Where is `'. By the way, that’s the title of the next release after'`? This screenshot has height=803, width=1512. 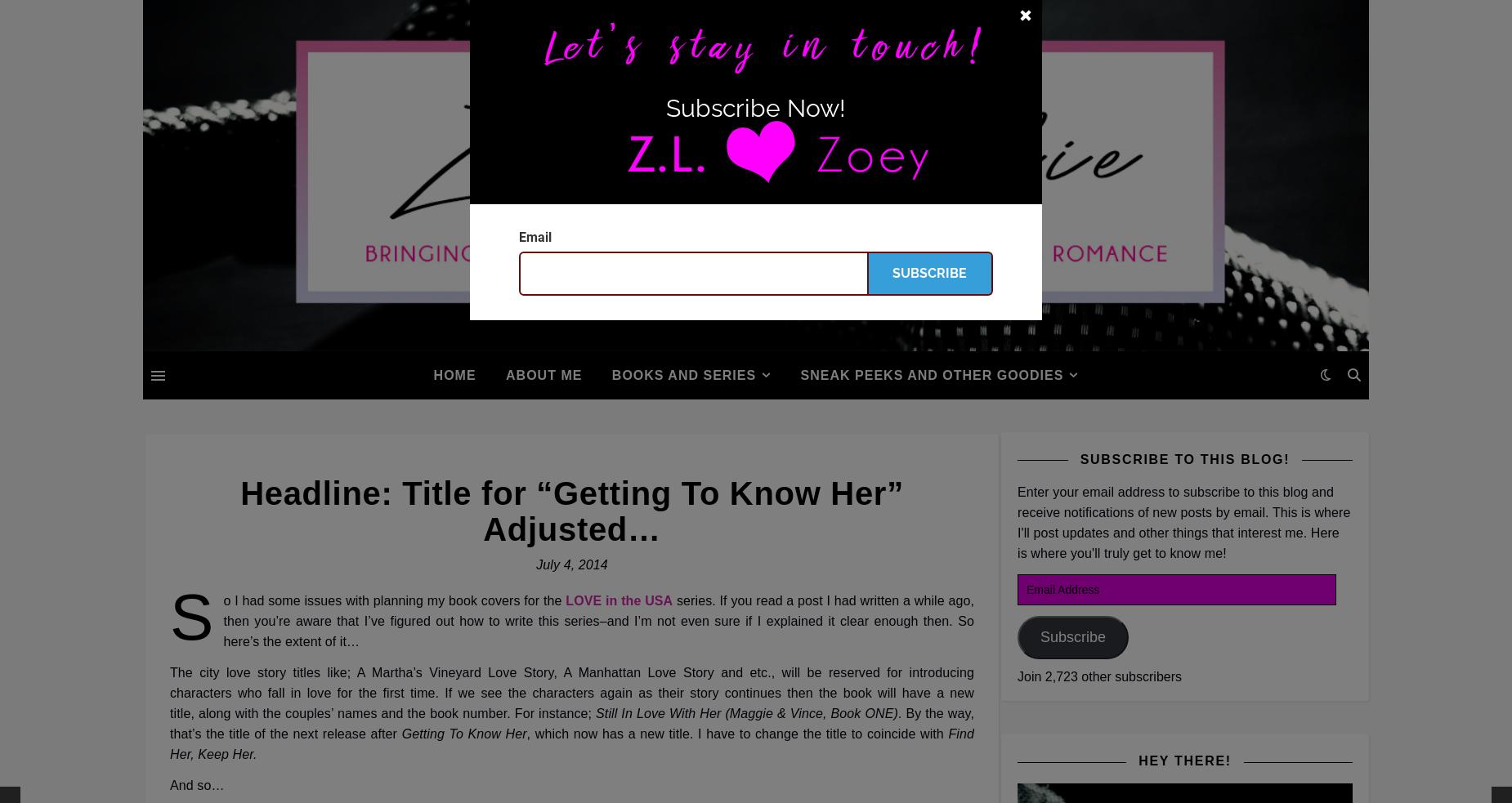 '. By the way, that’s the title of the next release after' is located at coordinates (571, 723).